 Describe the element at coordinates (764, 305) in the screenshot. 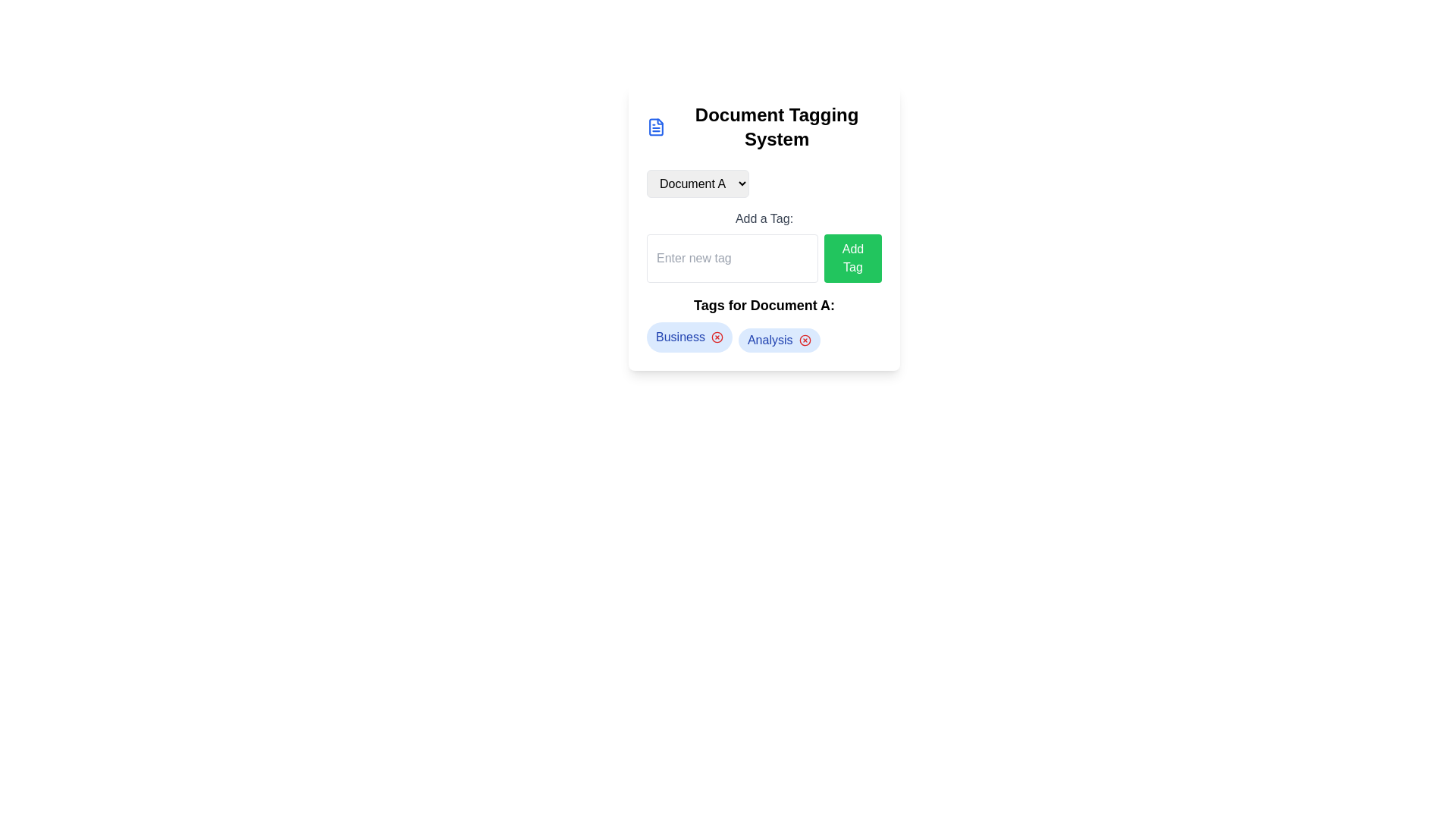

I see `the prominent text label that reads 'Tags for Document A:', which is styled in bold and larger text, located near the center of the interface, below the 'Add a Tag:' section` at that location.